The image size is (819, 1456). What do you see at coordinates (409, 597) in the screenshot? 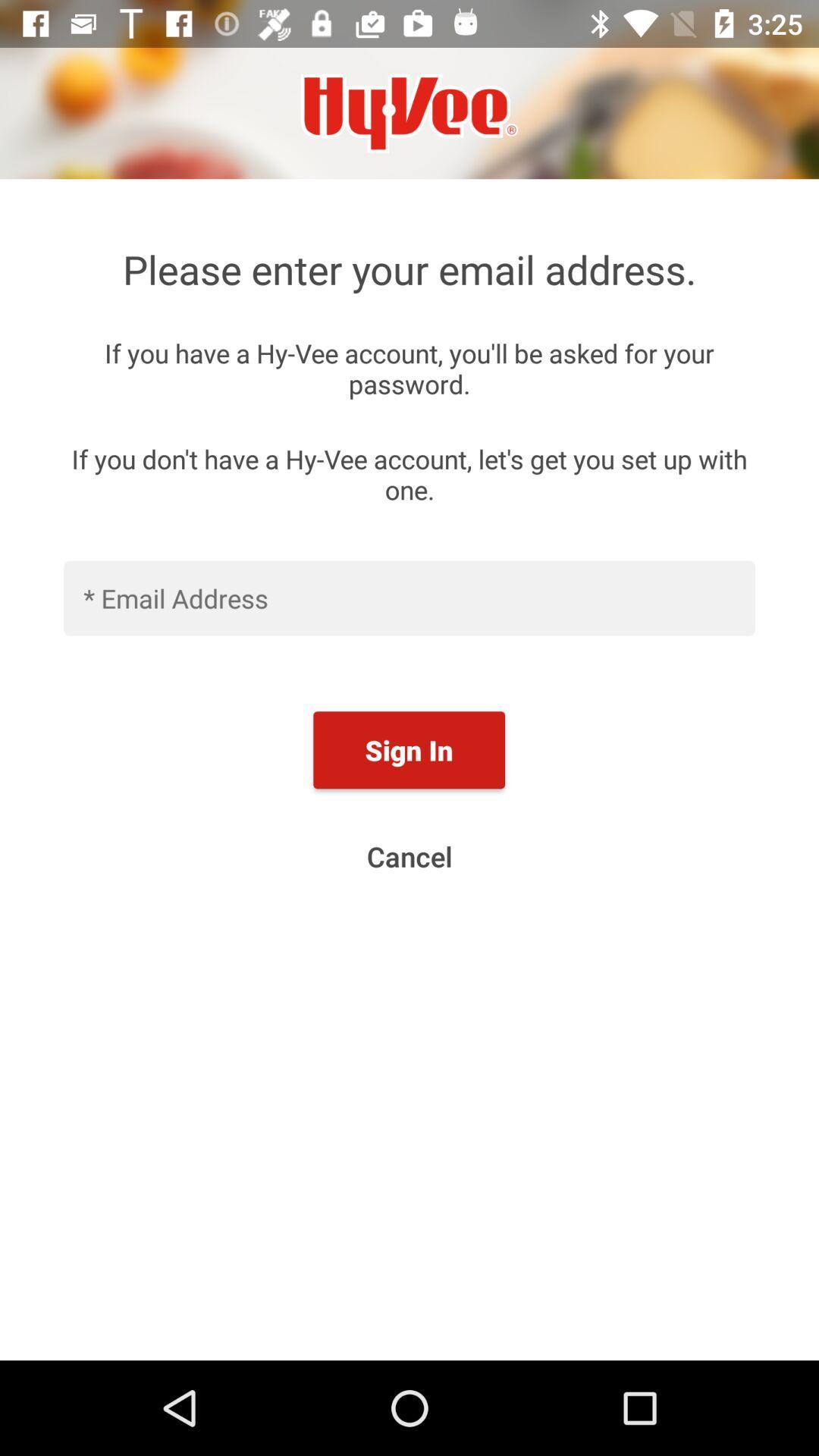
I see `email adress` at bounding box center [409, 597].